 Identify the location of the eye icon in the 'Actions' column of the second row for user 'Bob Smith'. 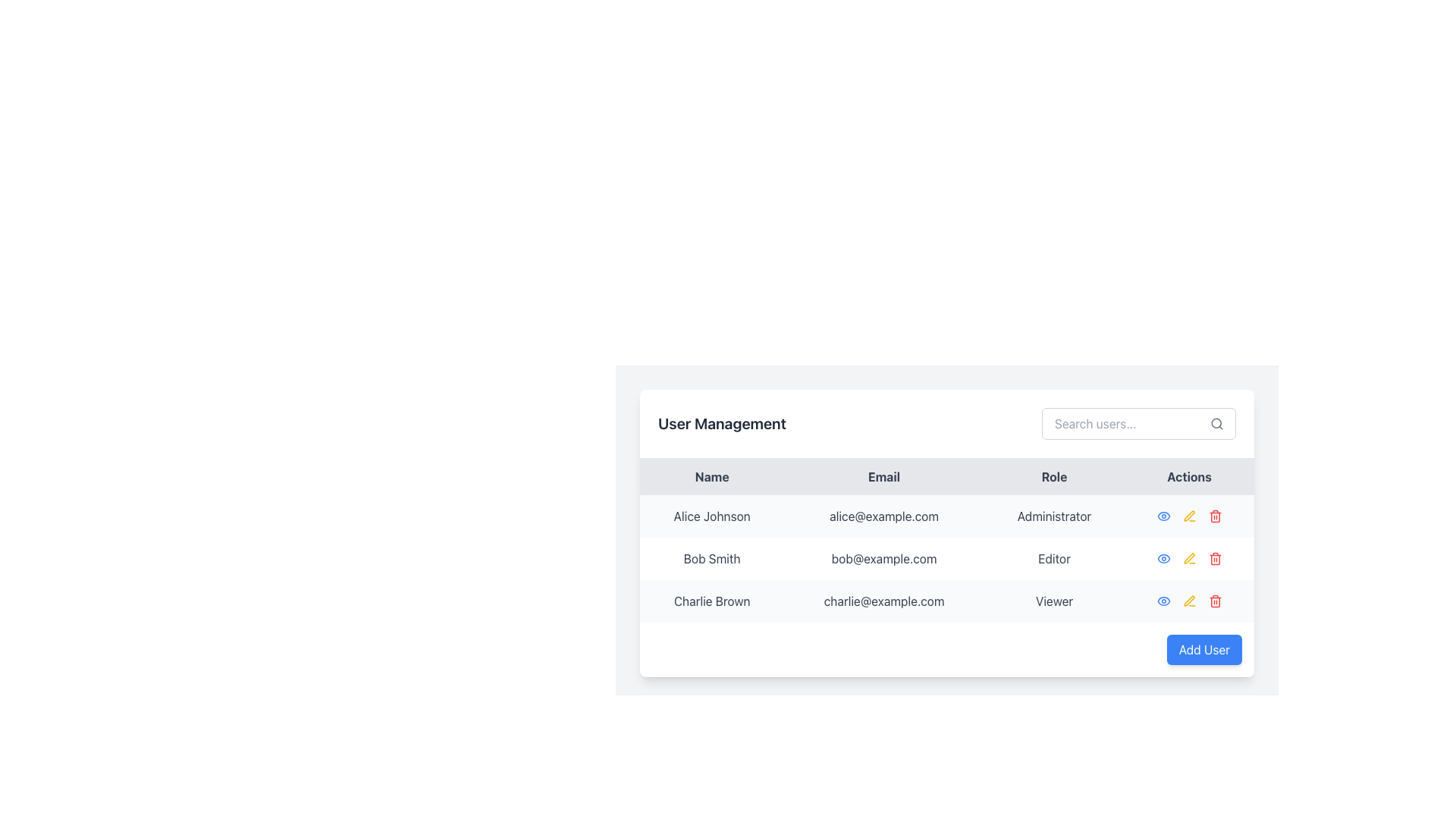
(1163, 558).